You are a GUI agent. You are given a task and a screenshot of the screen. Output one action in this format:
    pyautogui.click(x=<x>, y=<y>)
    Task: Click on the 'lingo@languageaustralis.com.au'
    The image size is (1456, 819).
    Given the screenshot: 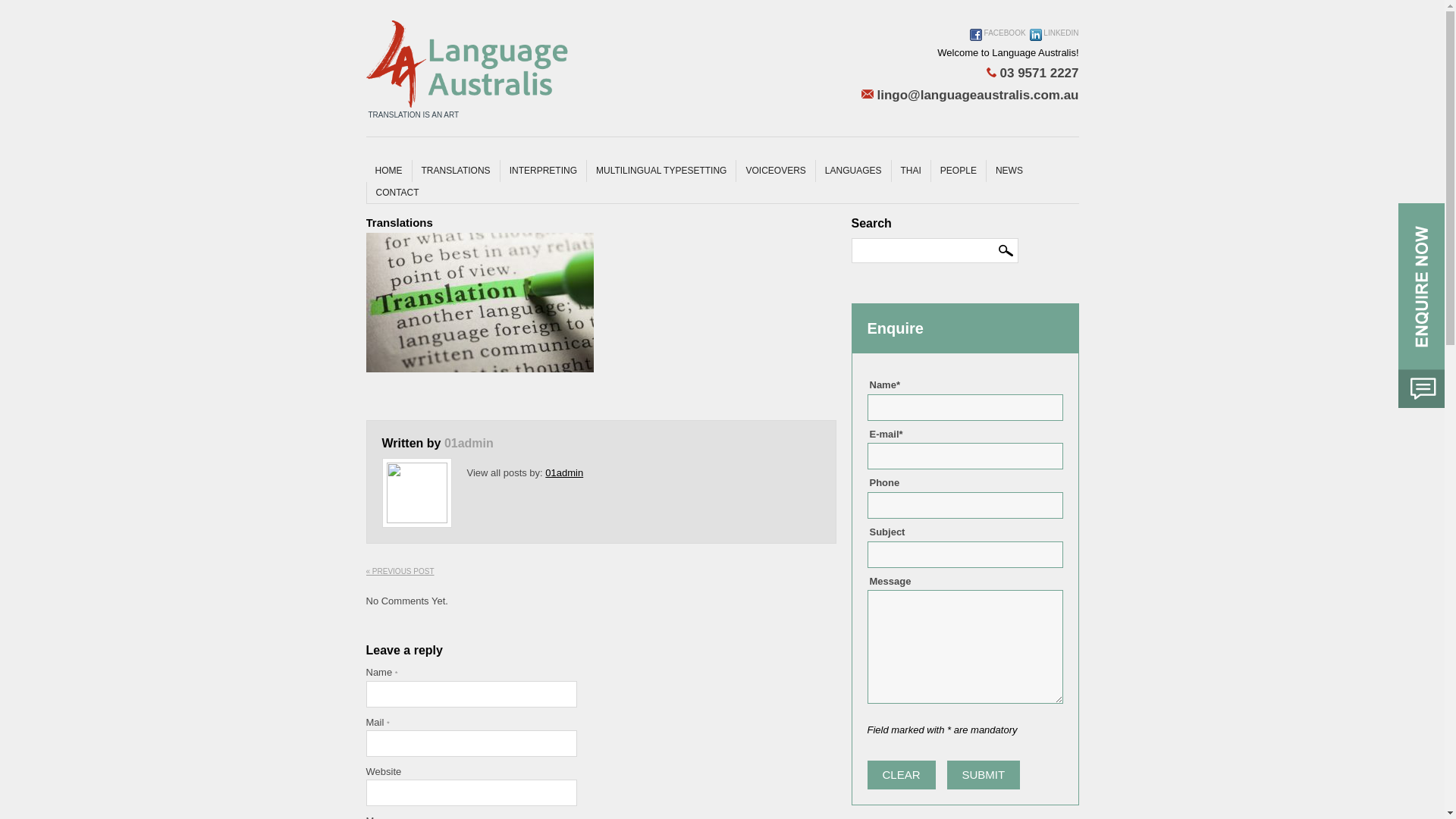 What is the action you would take?
    pyautogui.click(x=861, y=96)
    